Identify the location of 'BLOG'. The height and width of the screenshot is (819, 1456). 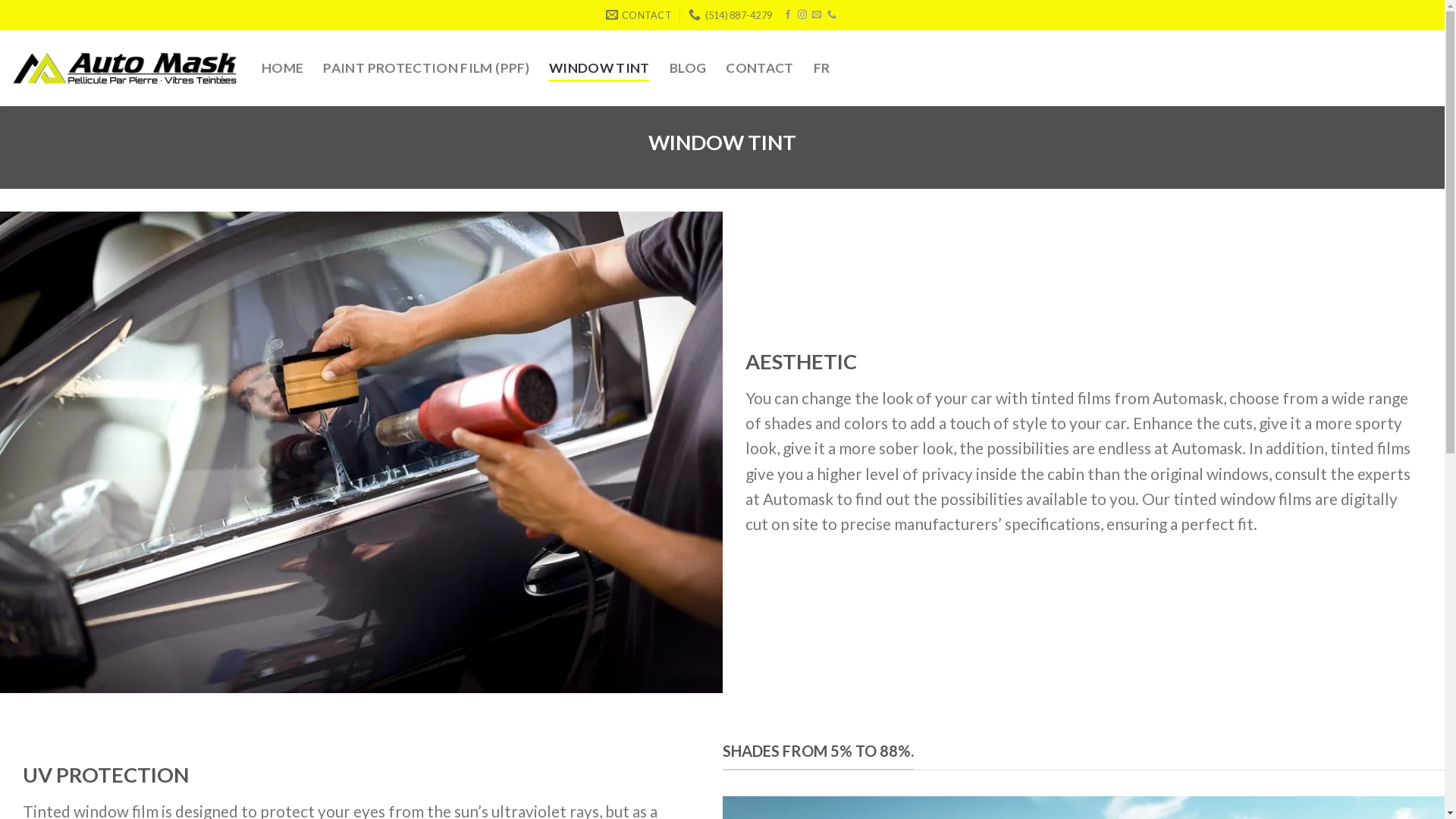
(669, 67).